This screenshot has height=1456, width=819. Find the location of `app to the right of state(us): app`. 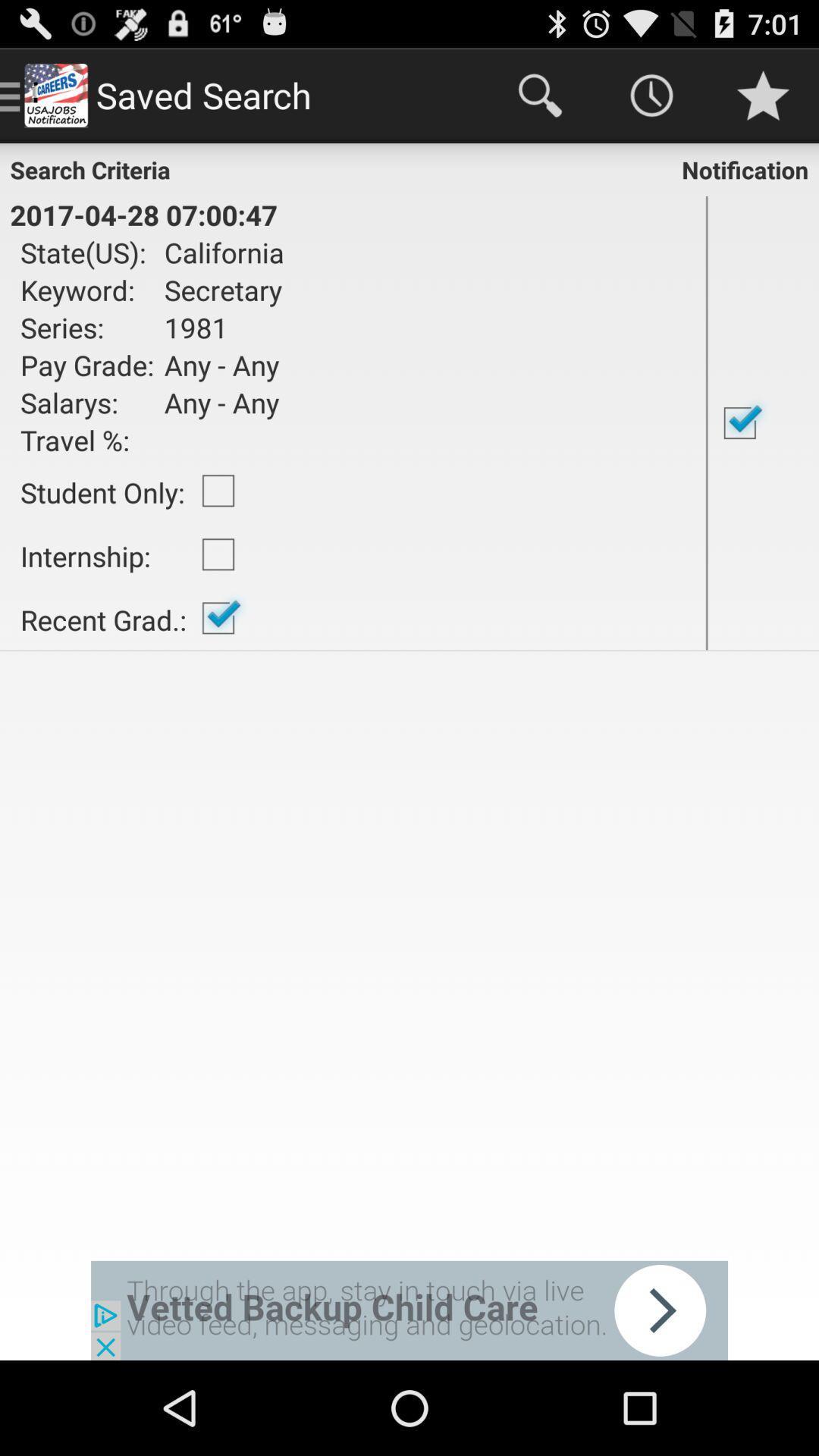

app to the right of state(us): app is located at coordinates (219, 252).